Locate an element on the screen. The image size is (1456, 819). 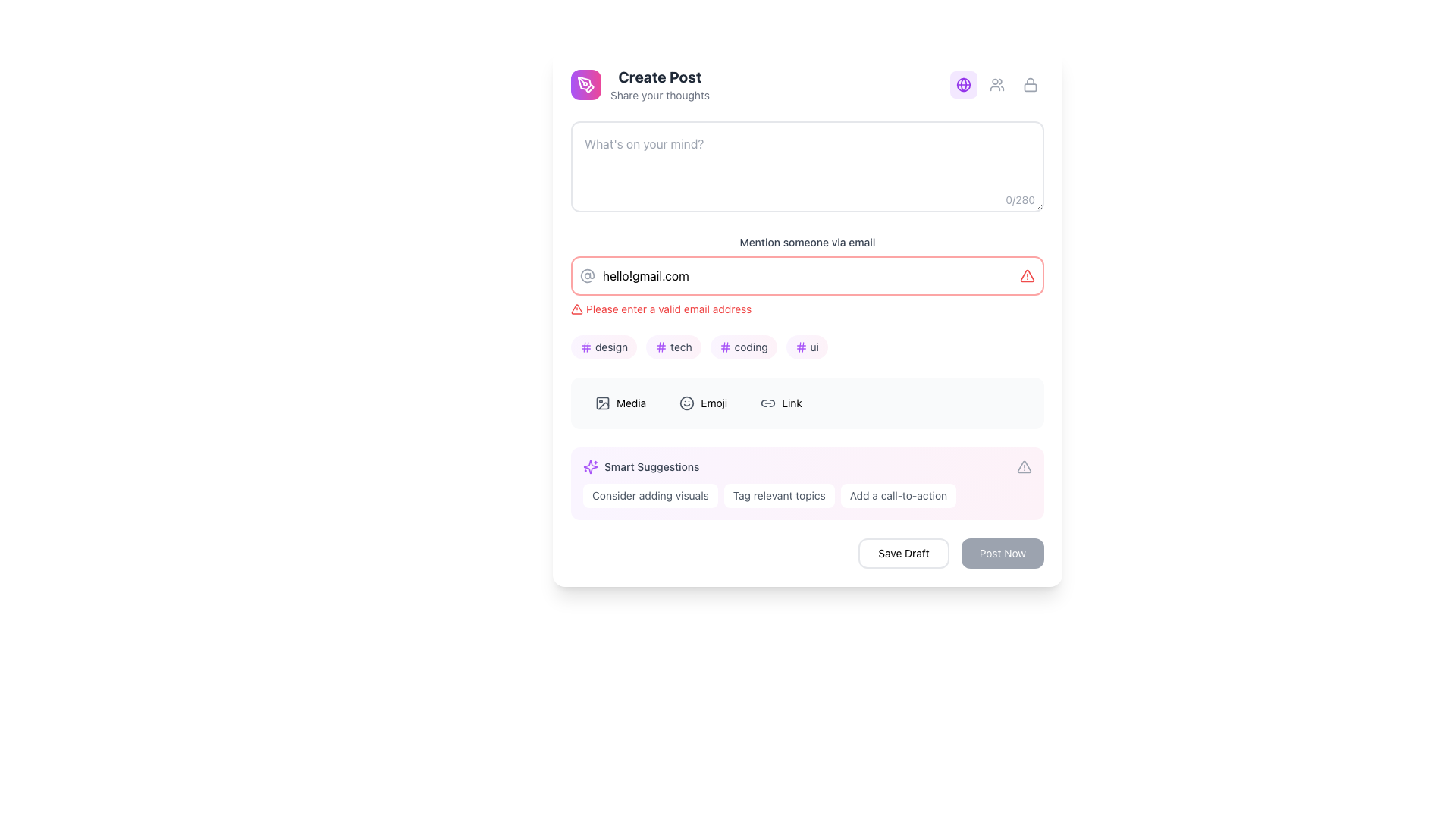
the 'Add a call-to-action' button located in the 'Smart Suggestions' section is located at coordinates (899, 496).